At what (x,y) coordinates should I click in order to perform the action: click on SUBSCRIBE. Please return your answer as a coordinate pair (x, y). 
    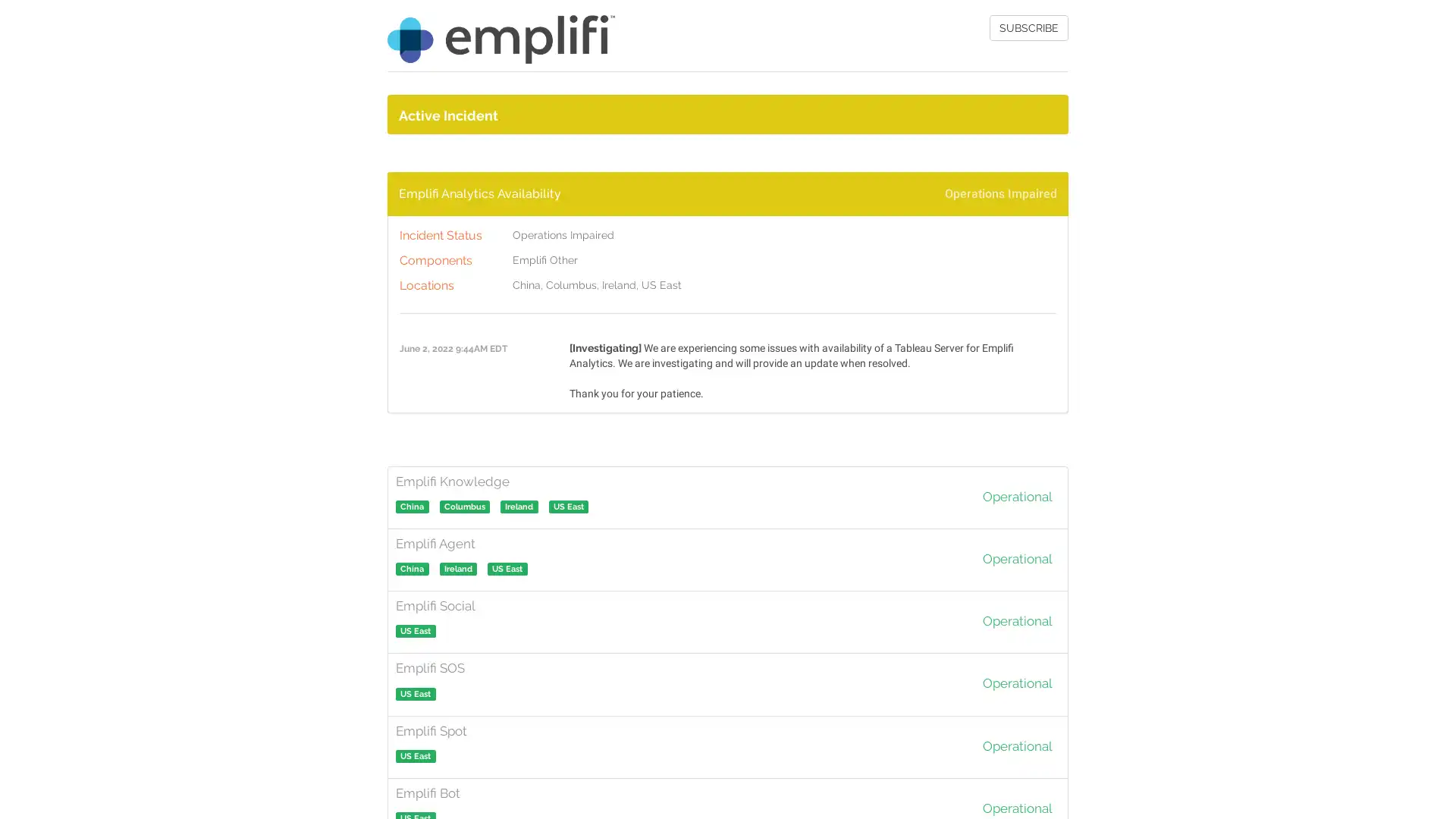
    Looking at the image, I should click on (1028, 28).